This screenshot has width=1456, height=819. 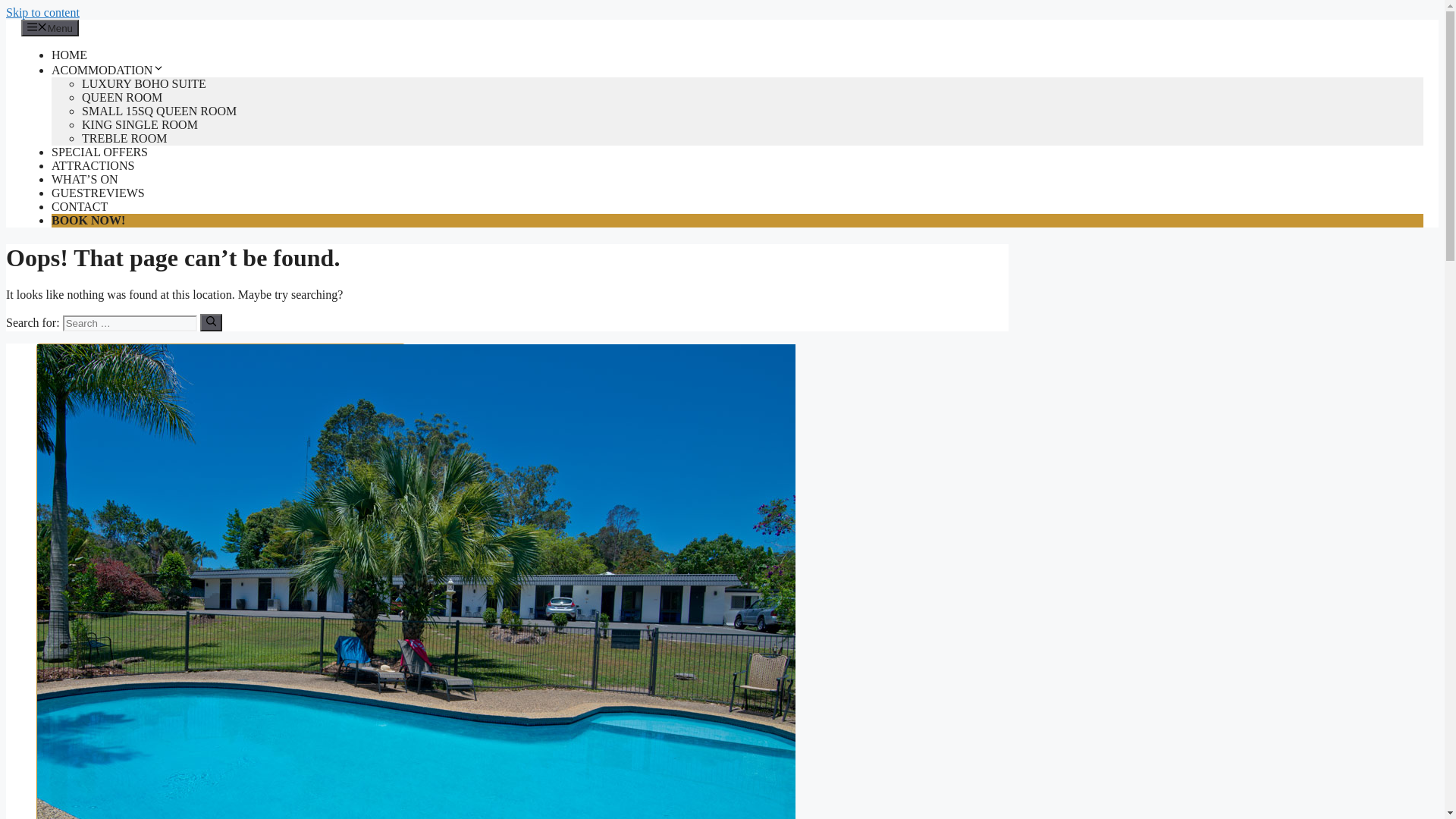 I want to click on 'SMALL 15SQ QUEEN ROOM', so click(x=159, y=110).